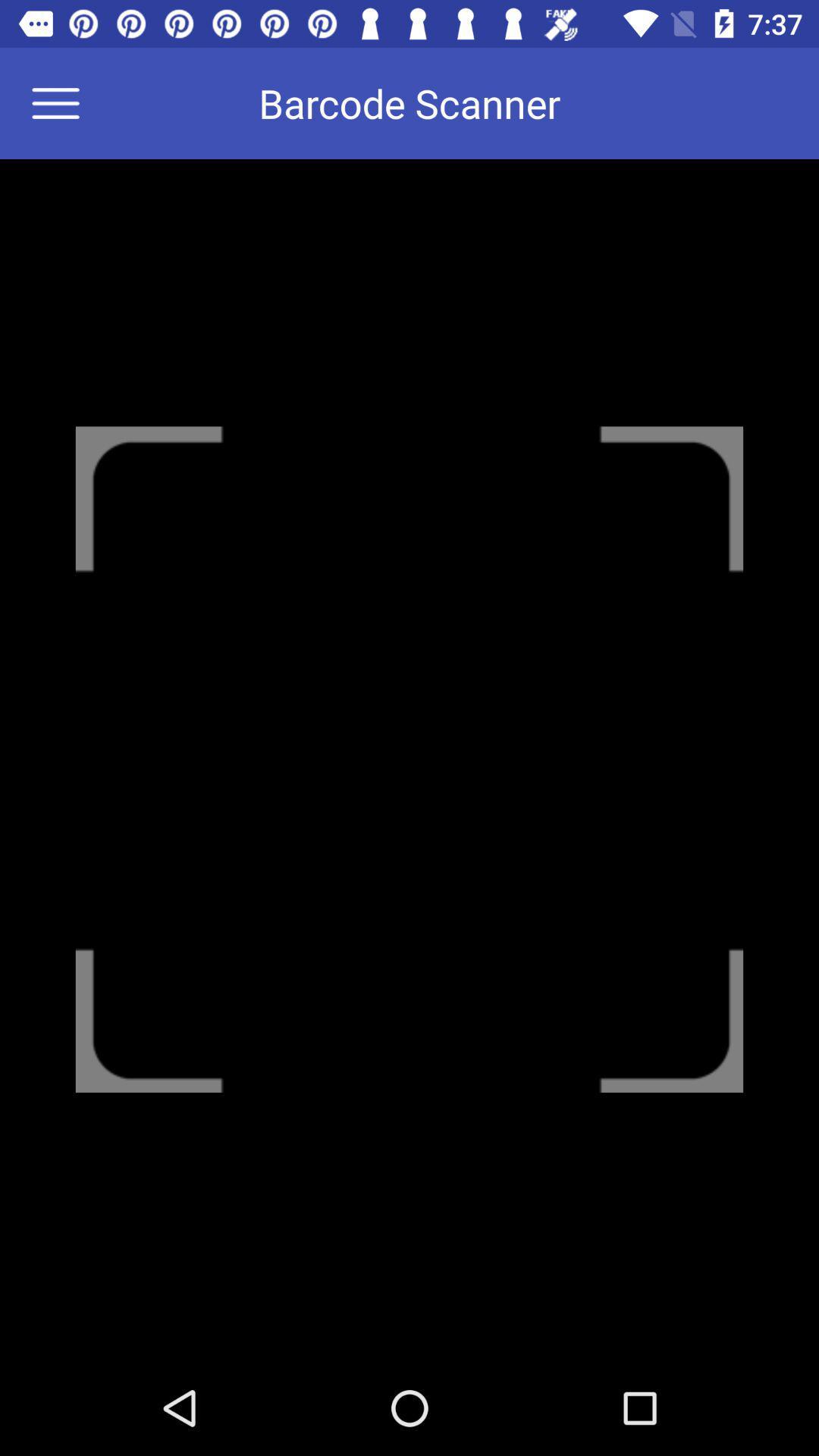 This screenshot has width=819, height=1456. What do you see at coordinates (64, 102) in the screenshot?
I see `item to the left of barcode scanner icon` at bounding box center [64, 102].